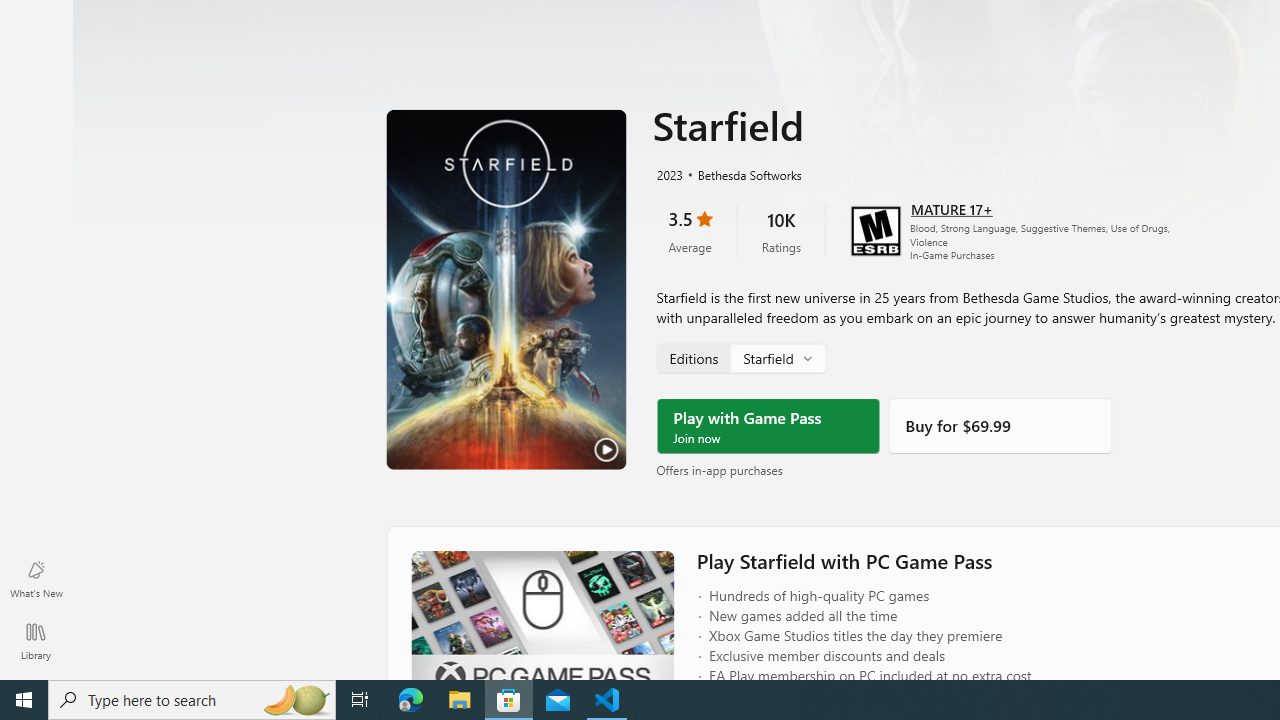 The height and width of the screenshot is (720, 1280). Describe the element at coordinates (35, 640) in the screenshot. I see `'Library'` at that location.